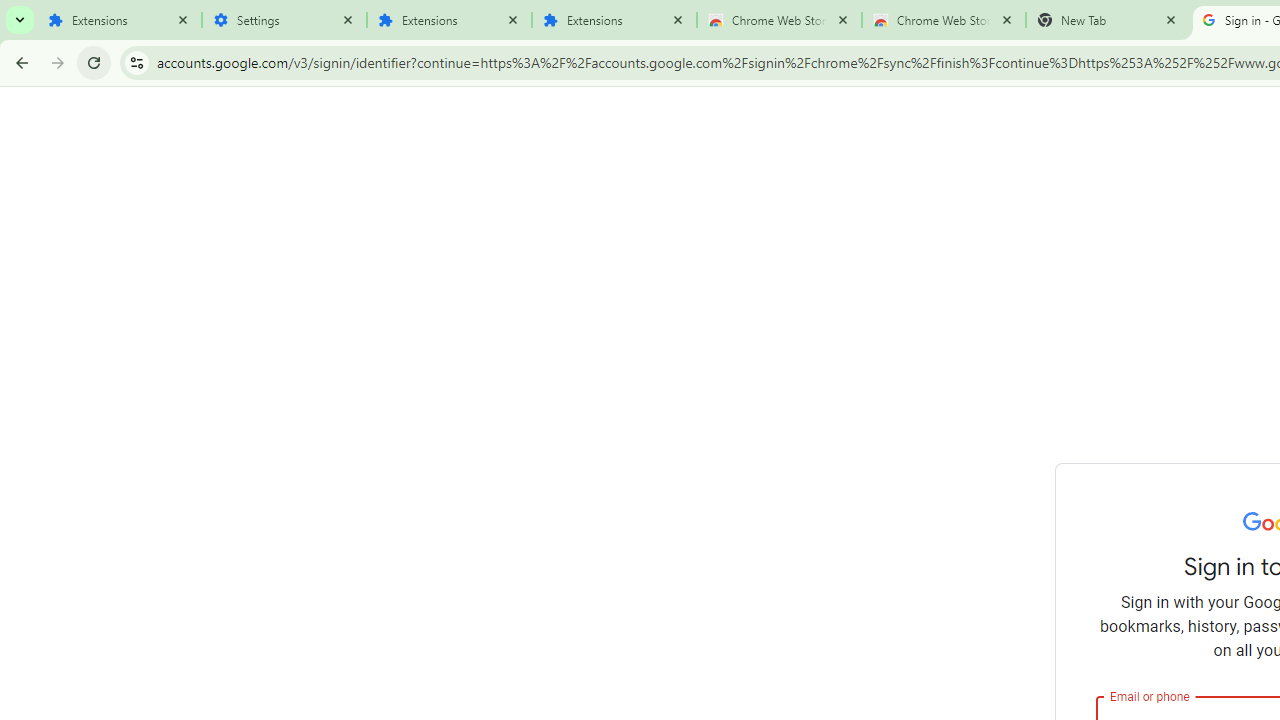 This screenshot has width=1280, height=720. I want to click on 'Reload', so click(93, 61).